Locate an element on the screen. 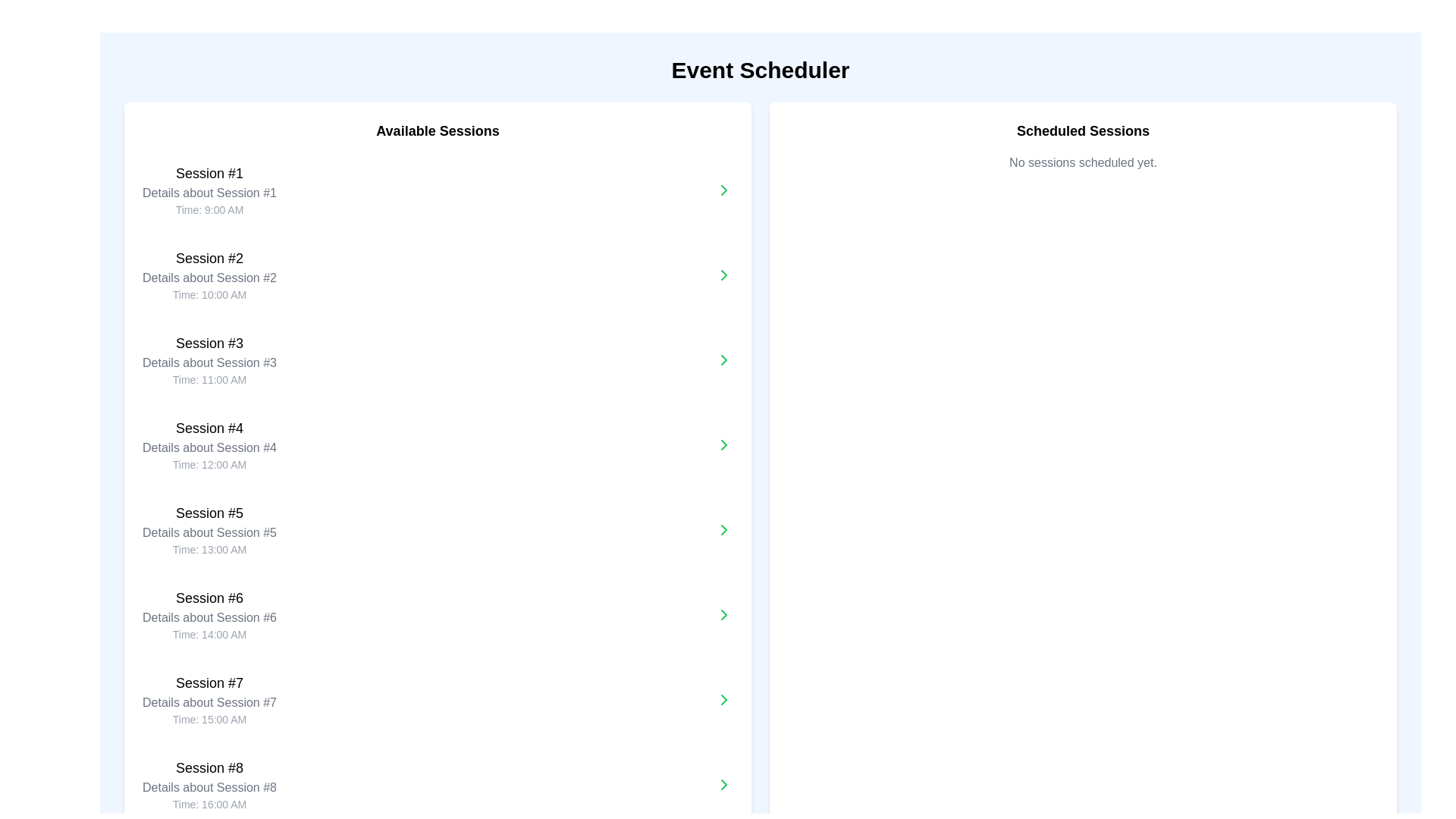 The height and width of the screenshot is (819, 1456). the Text Label that serves as a heading for the fourth session in the 'Available Sessions' list, which is located at the top of its group, above the details and time information is located at coordinates (209, 428).